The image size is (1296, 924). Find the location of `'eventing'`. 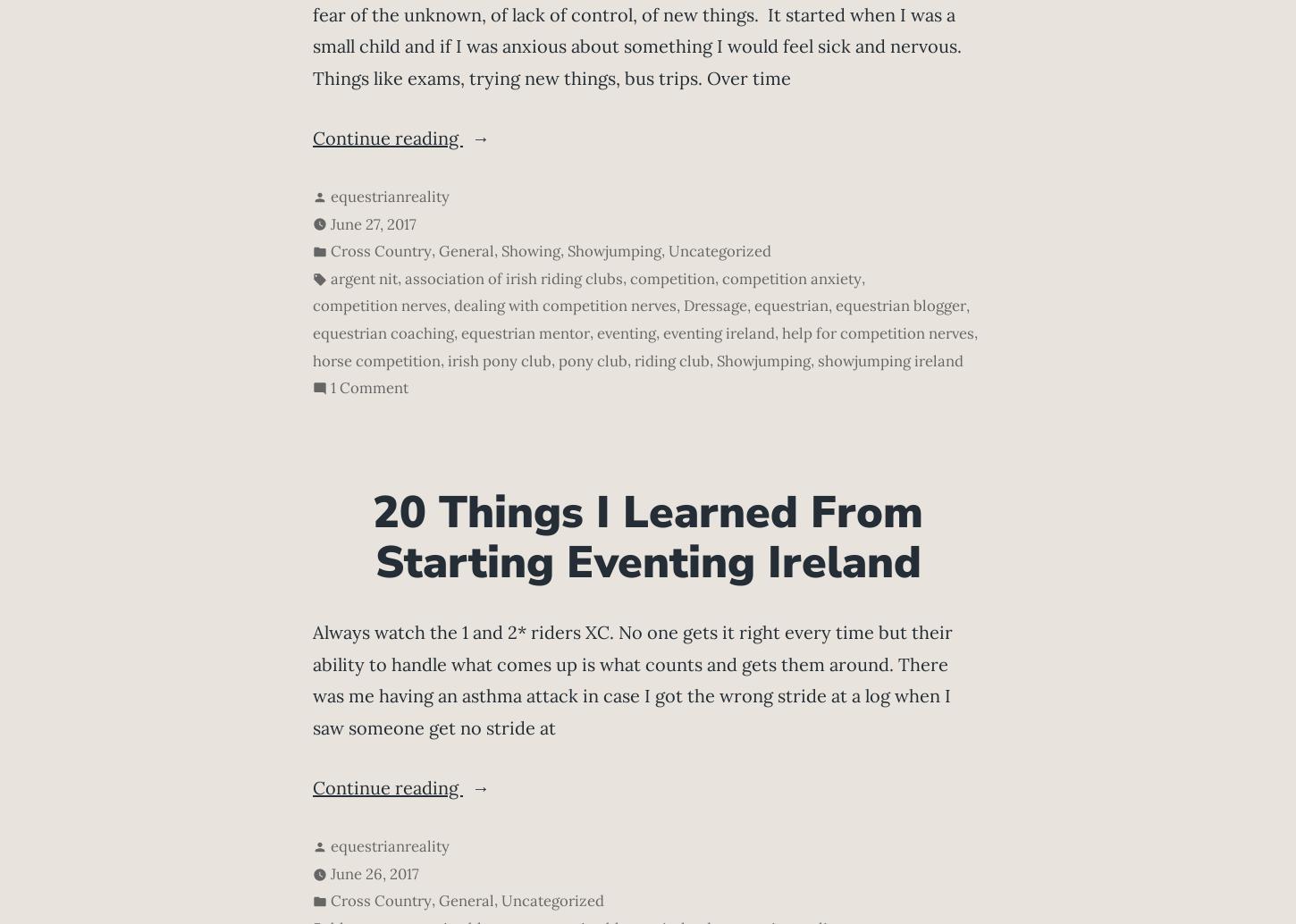

'eventing' is located at coordinates (625, 332).